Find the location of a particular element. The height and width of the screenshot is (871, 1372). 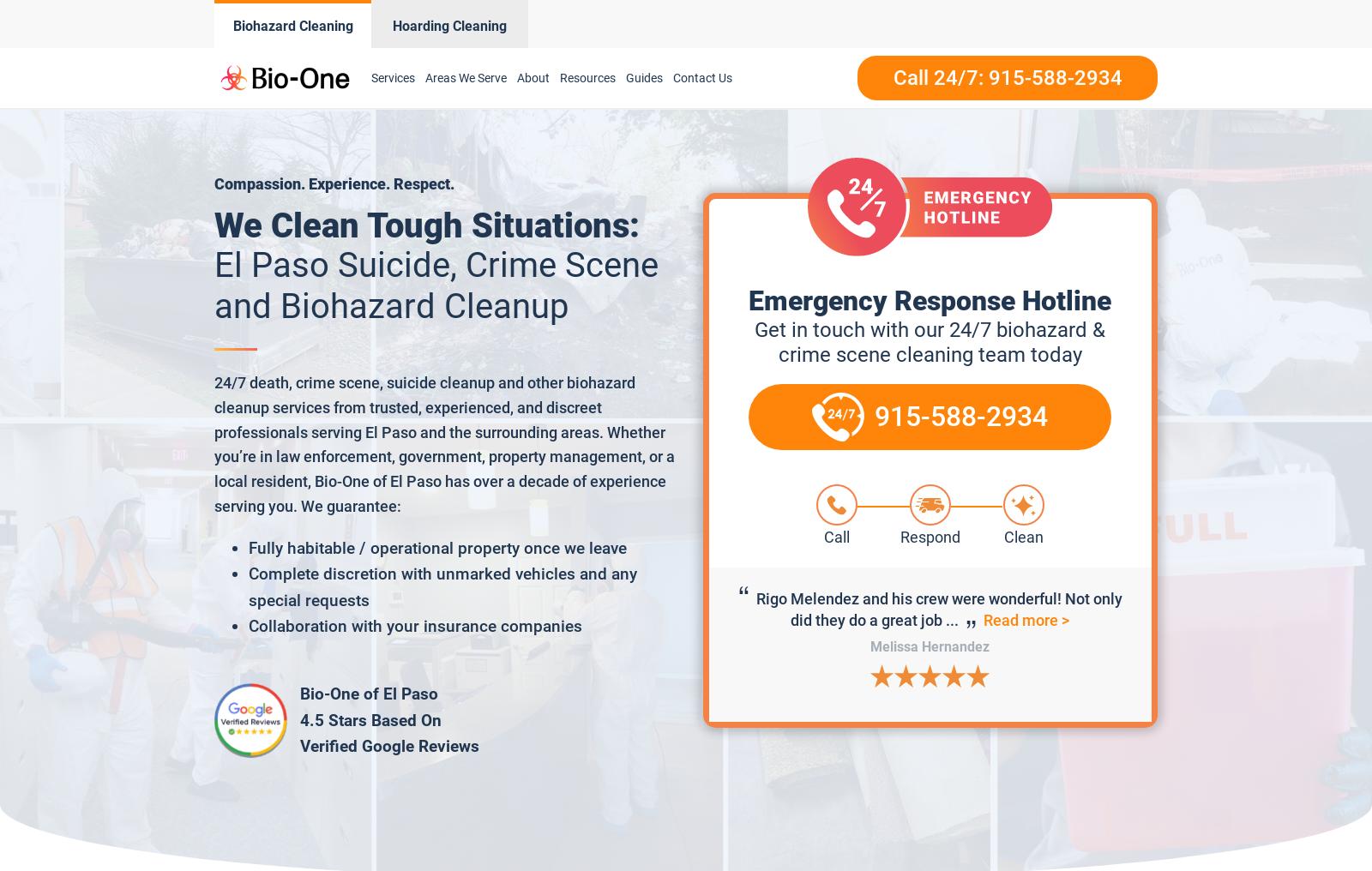

'Otero County' is located at coordinates (468, 203).